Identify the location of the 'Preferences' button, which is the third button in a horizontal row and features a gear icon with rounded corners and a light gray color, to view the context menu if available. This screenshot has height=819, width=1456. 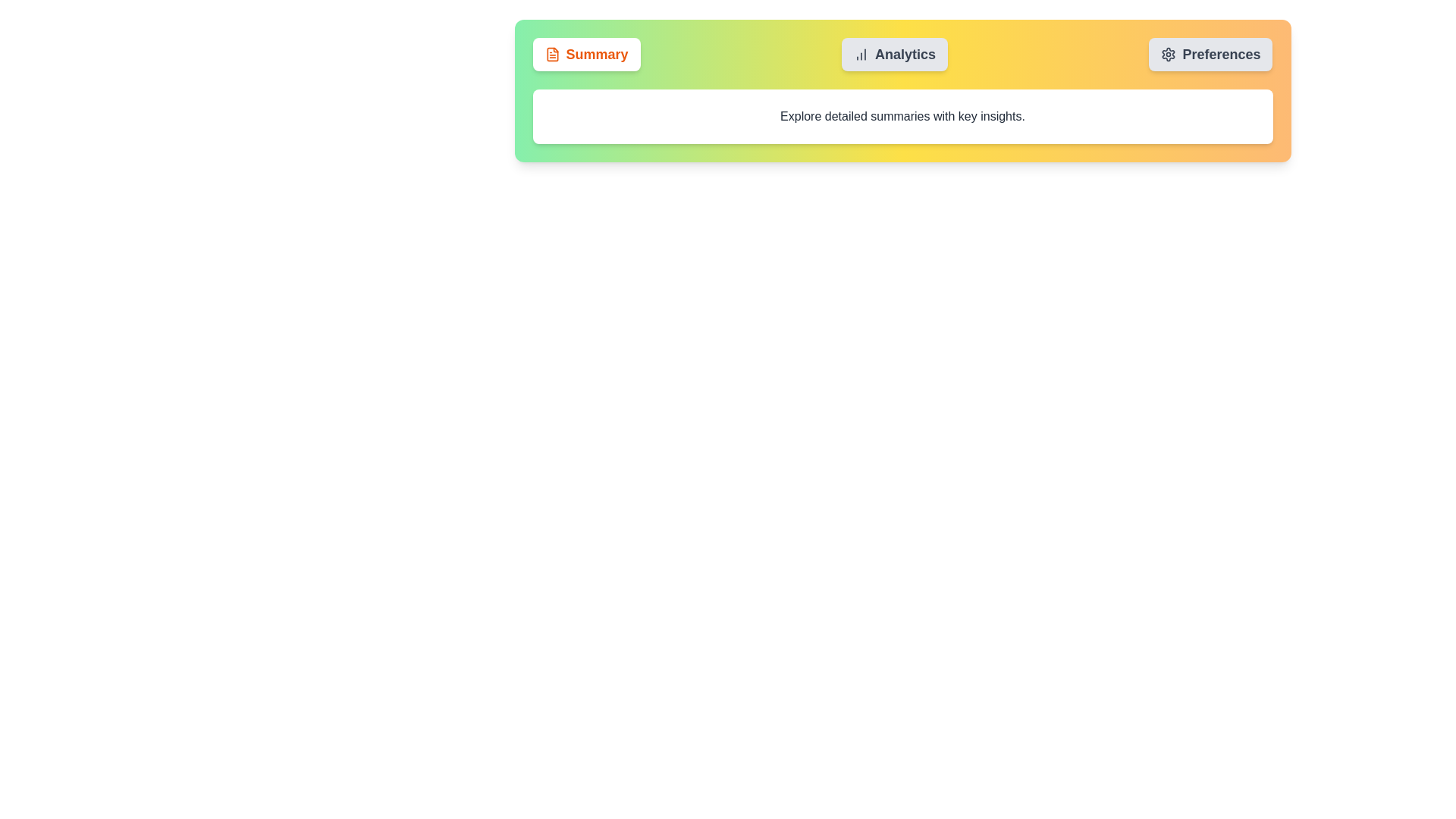
(1210, 54).